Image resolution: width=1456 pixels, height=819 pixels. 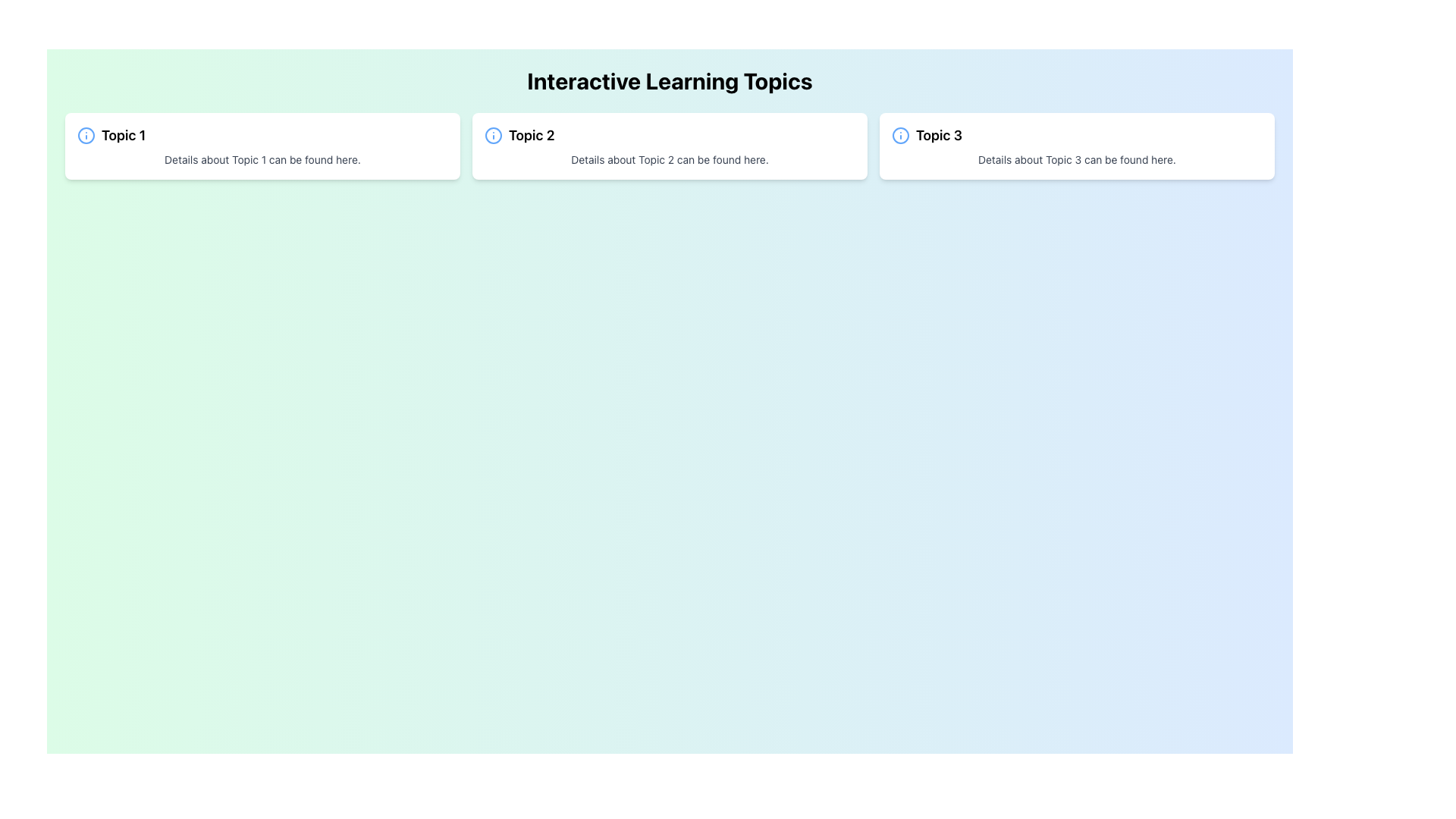 What do you see at coordinates (901, 134) in the screenshot?
I see `the blue circular outline of the SVG Circle located in the icon before the text 'Topic 3' in the interactive card` at bounding box center [901, 134].